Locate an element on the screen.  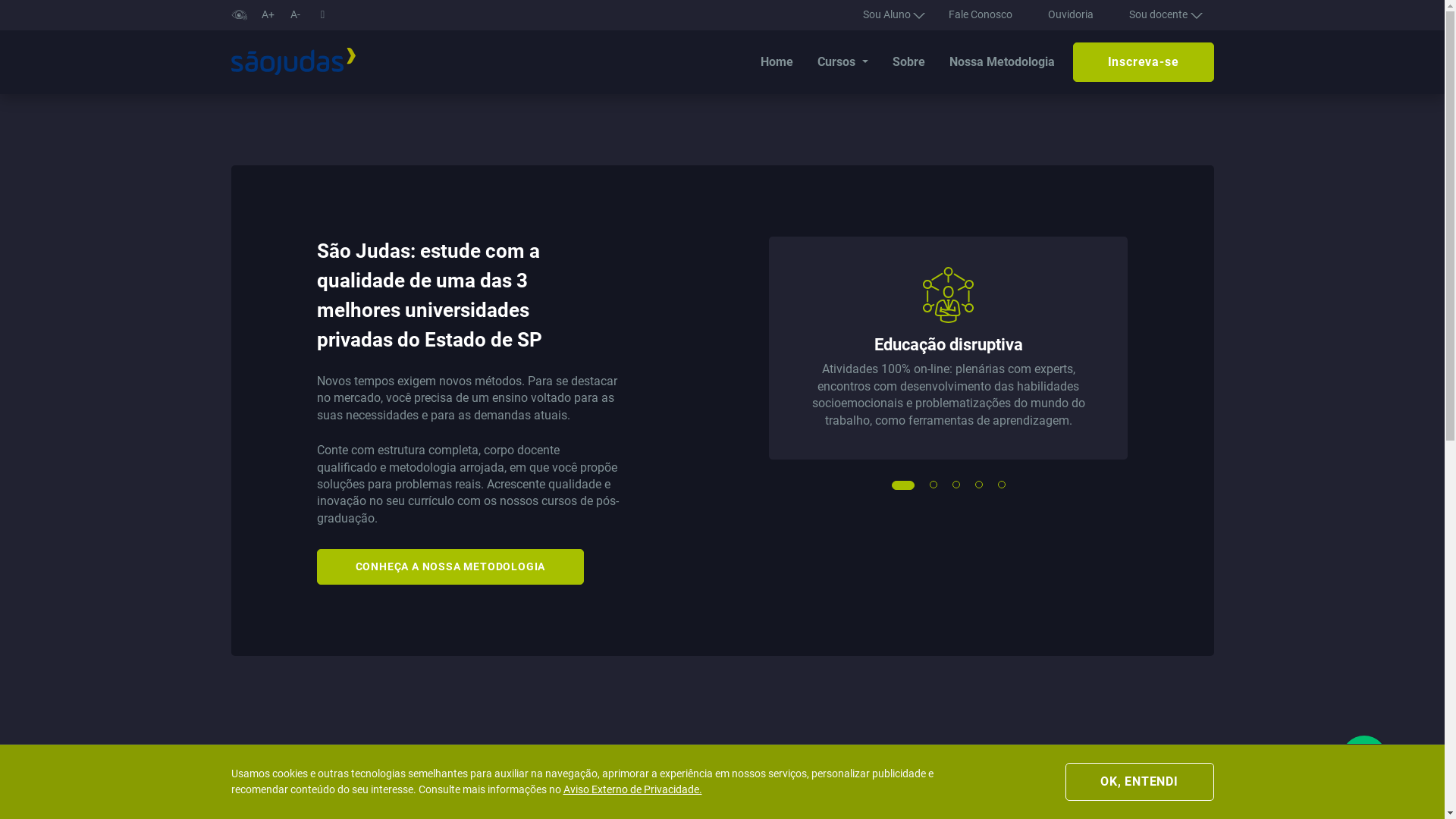
'OK, ENTENDI' is located at coordinates (1139, 781).